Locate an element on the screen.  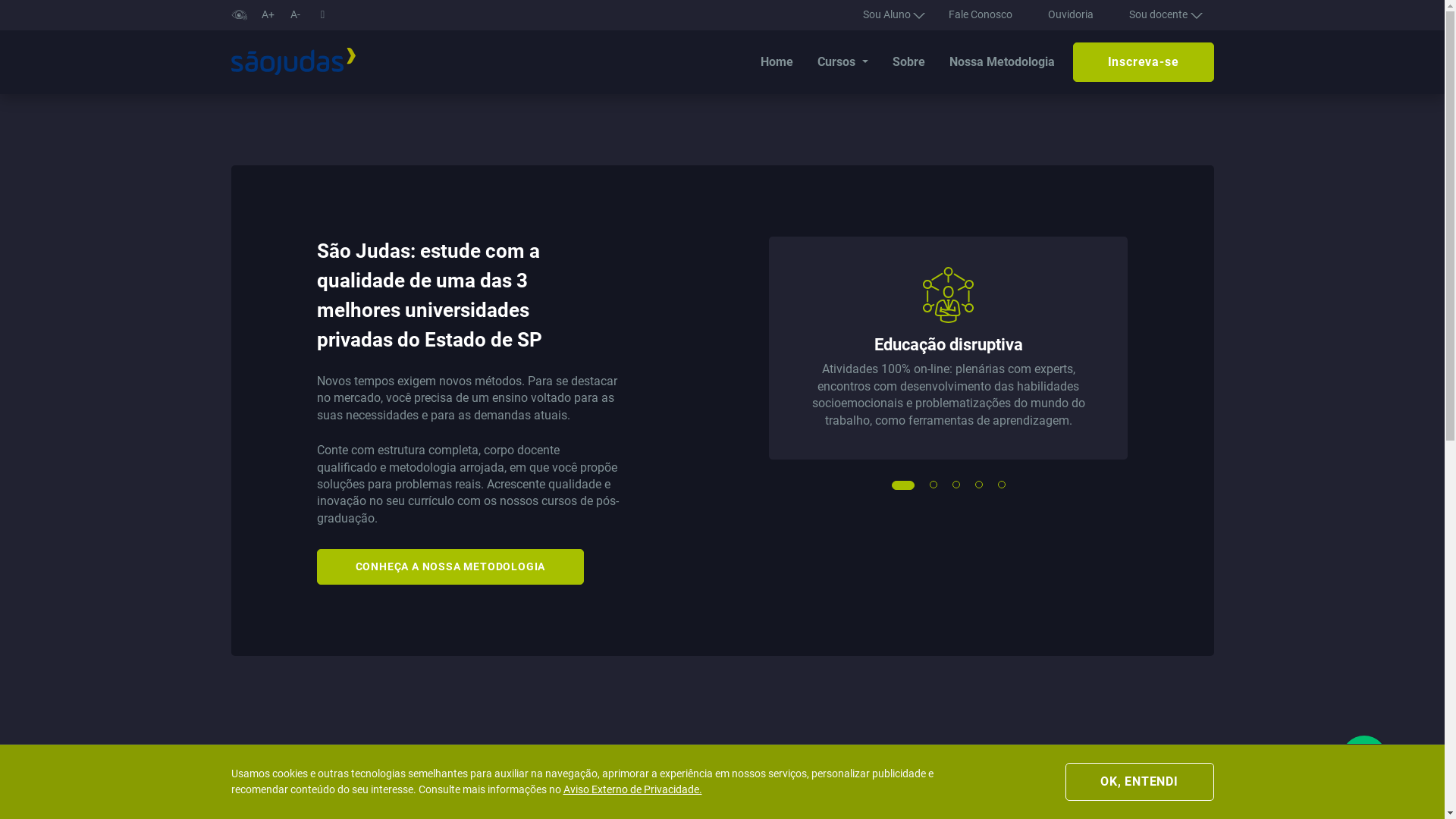
'OK, ENTENDI' is located at coordinates (1139, 781).